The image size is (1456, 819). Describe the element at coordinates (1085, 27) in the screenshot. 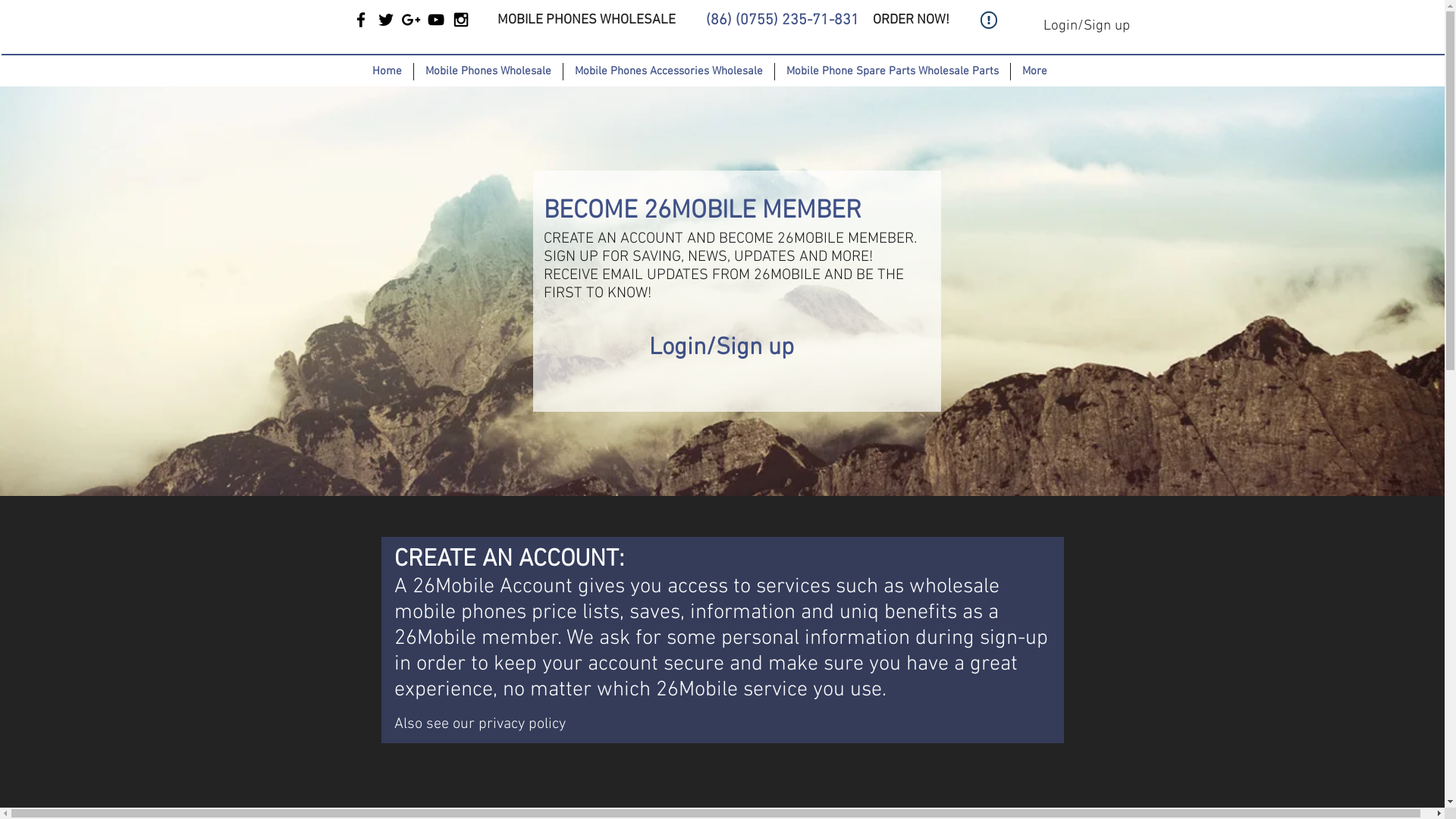

I see `'Login/Sign up'` at that location.